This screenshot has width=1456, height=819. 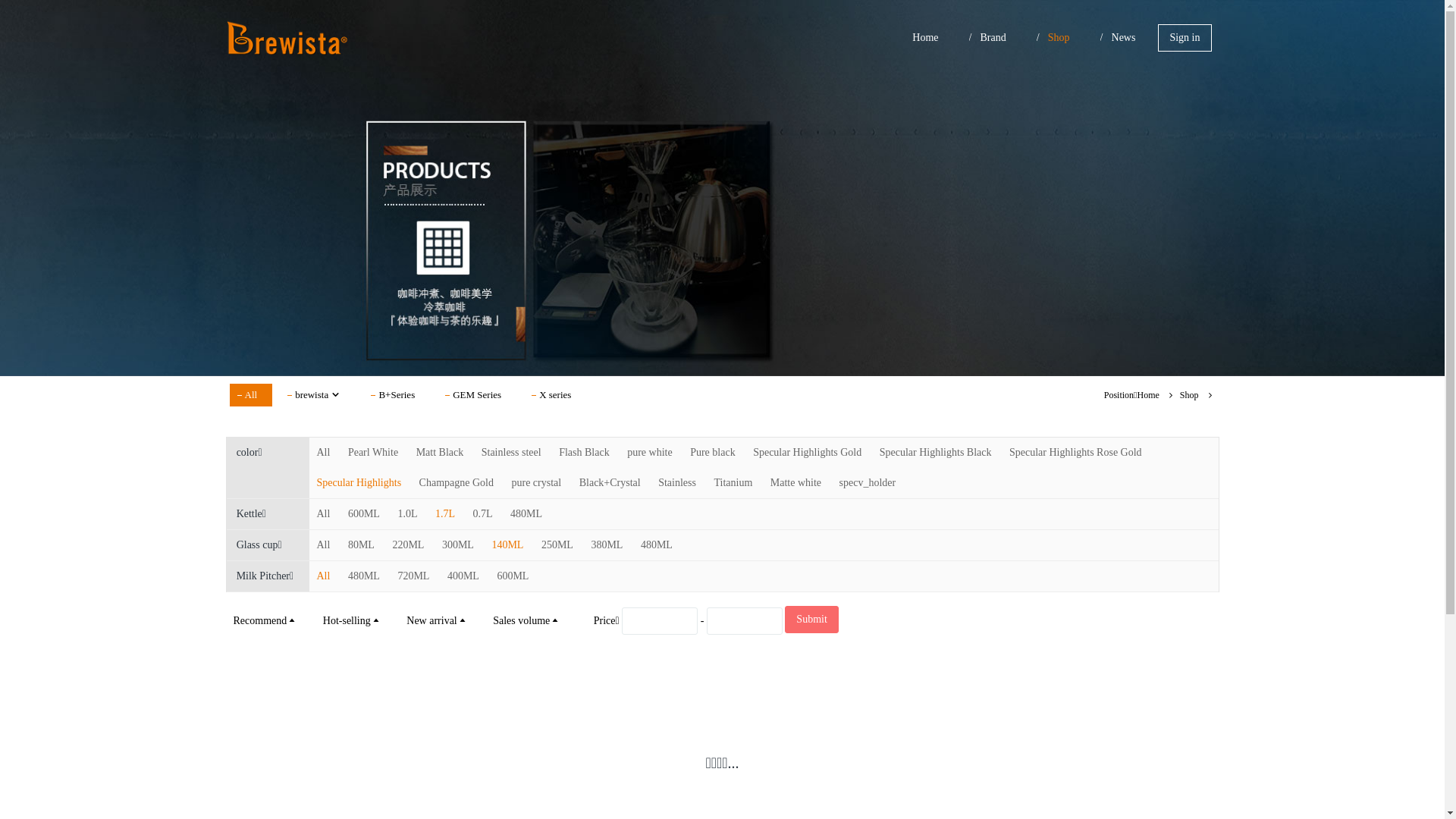 What do you see at coordinates (457, 544) in the screenshot?
I see `'300ML'` at bounding box center [457, 544].